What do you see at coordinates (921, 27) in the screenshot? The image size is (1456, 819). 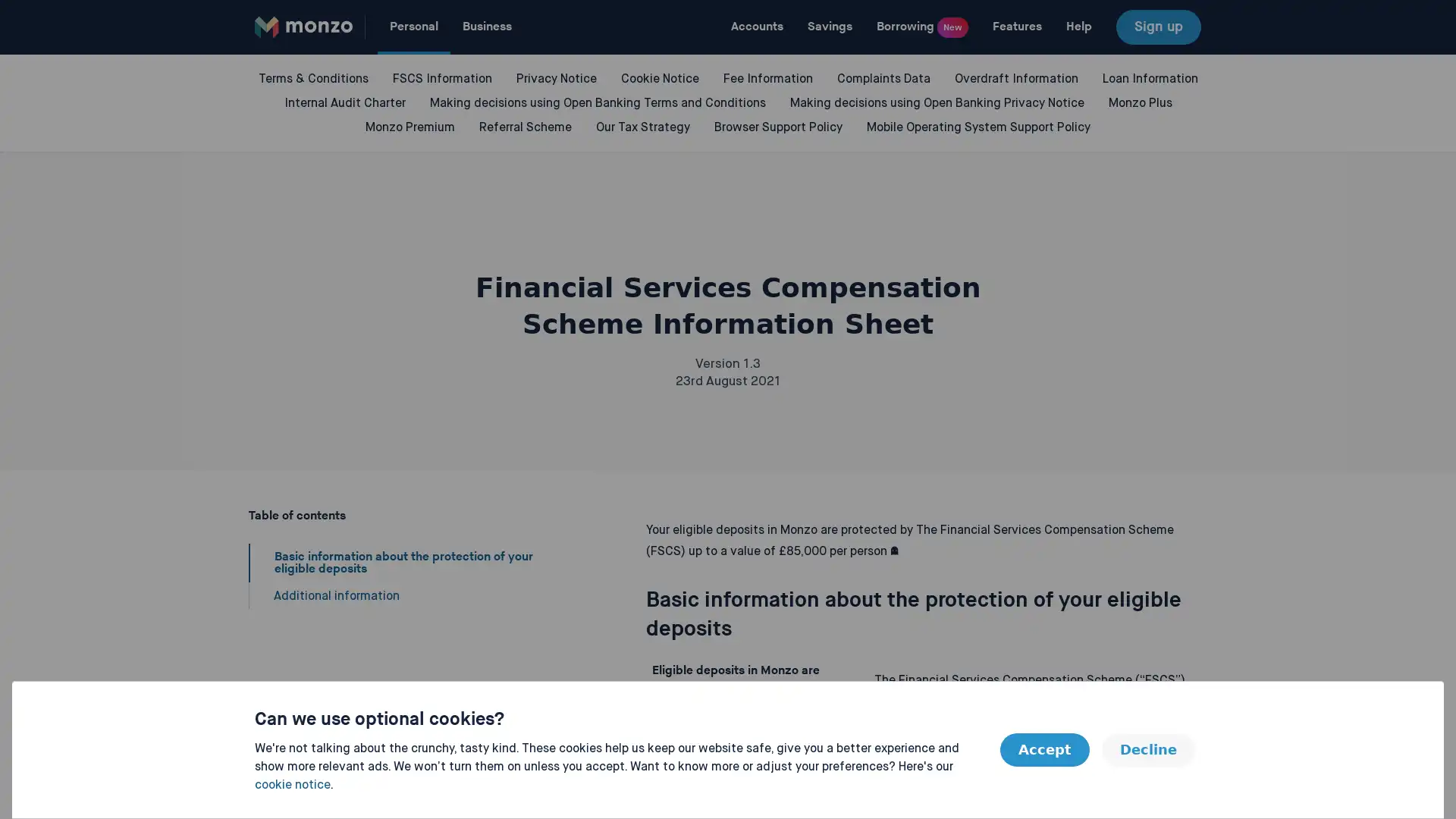 I see `Borrowing New` at bounding box center [921, 27].